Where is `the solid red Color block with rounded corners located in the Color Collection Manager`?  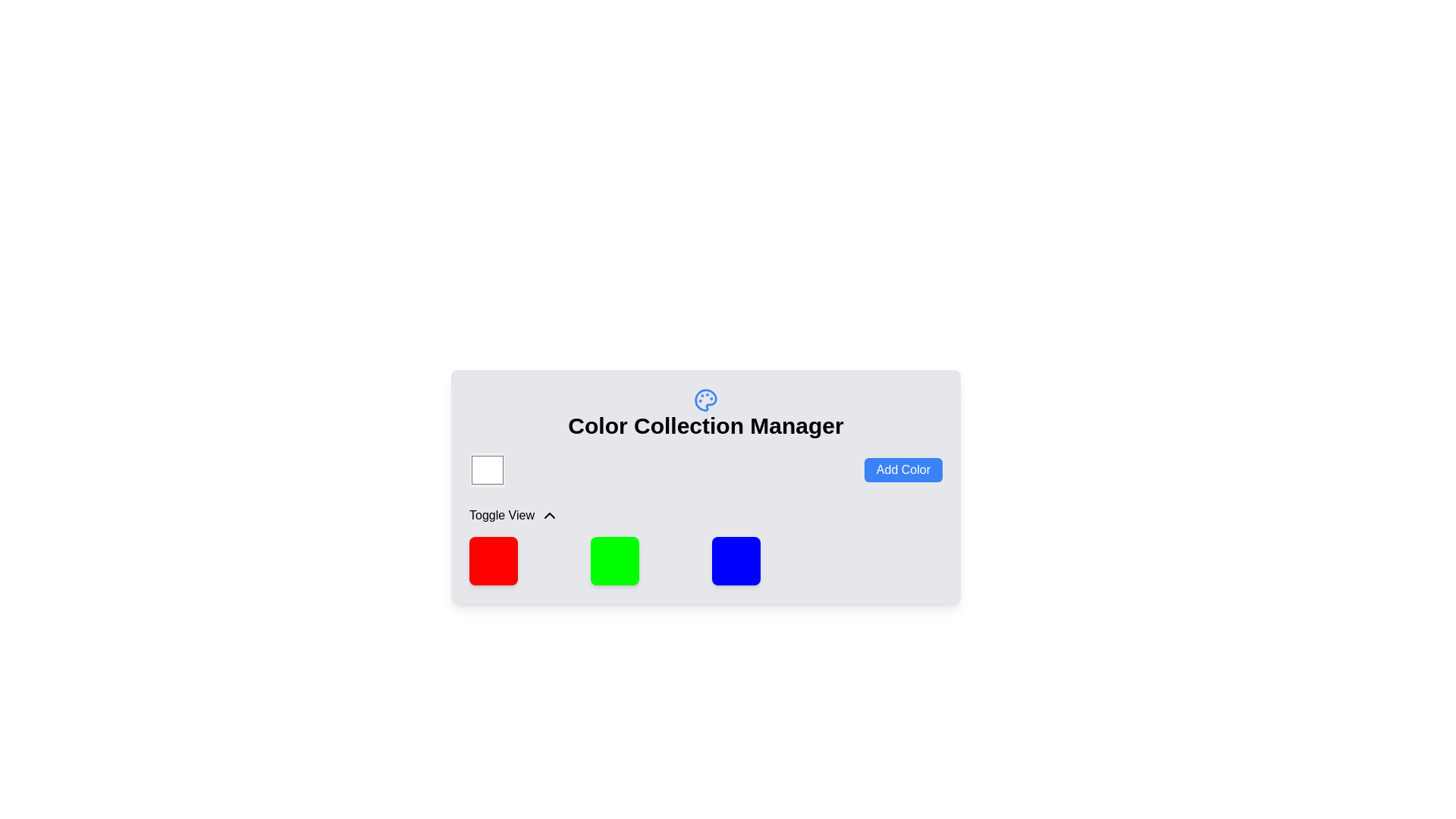
the solid red Color block with rounded corners located in the Color Collection Manager is located at coordinates (494, 561).